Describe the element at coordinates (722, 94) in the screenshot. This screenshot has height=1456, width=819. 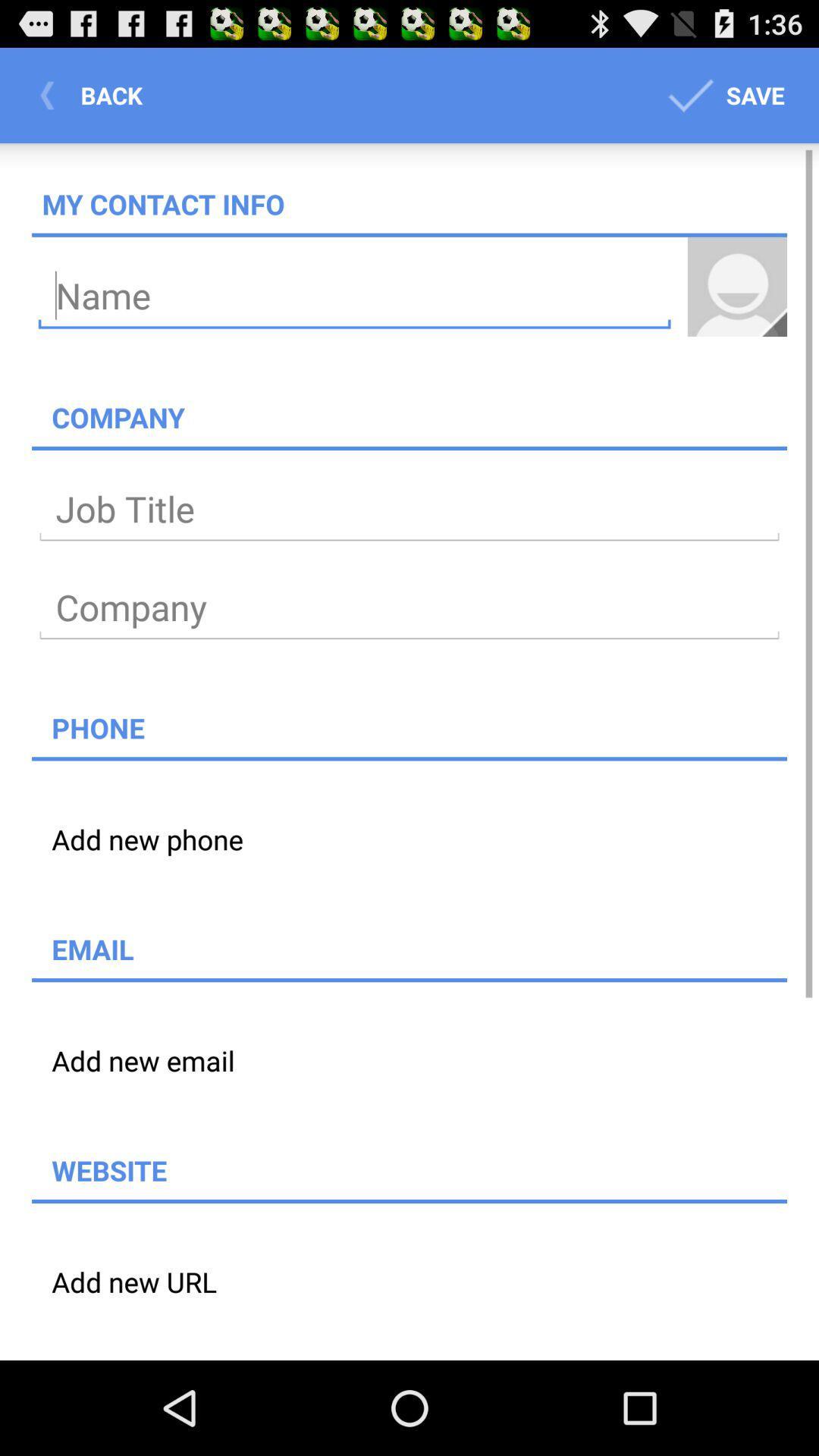
I see `the button next to back` at that location.